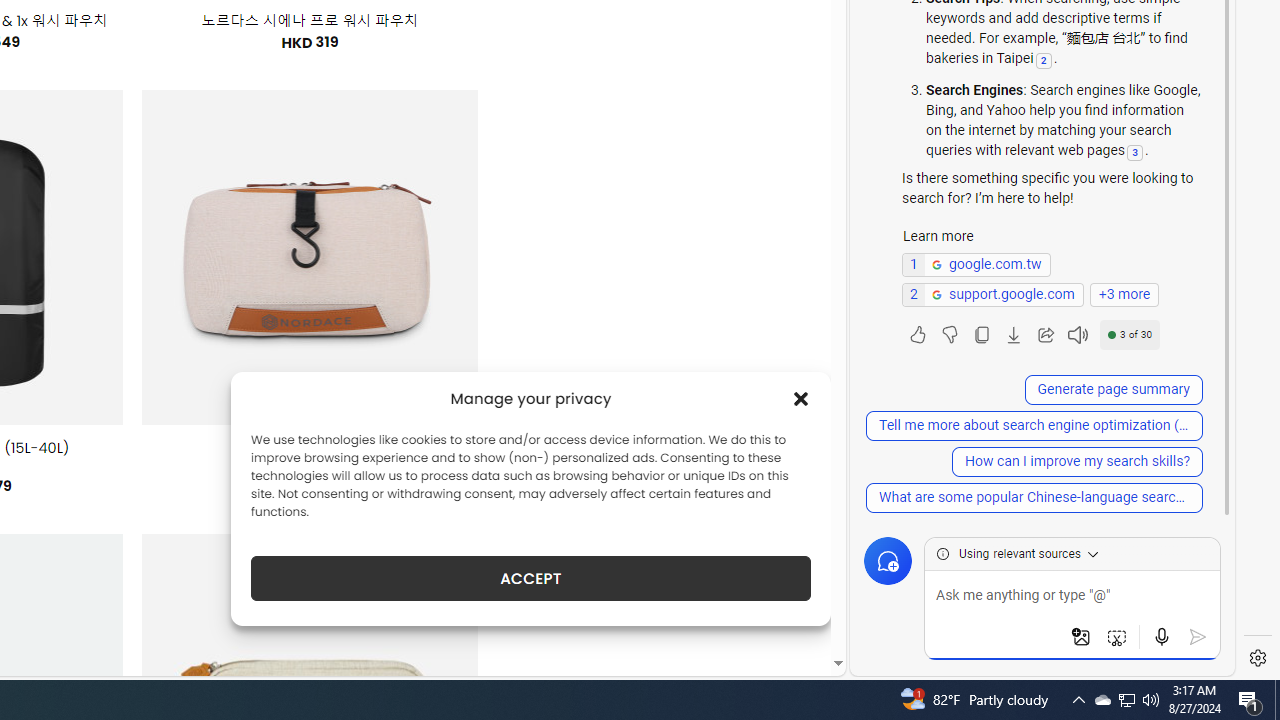 The height and width of the screenshot is (720, 1280). Describe the element at coordinates (531, 578) in the screenshot. I see `'ACCEPT'` at that location.